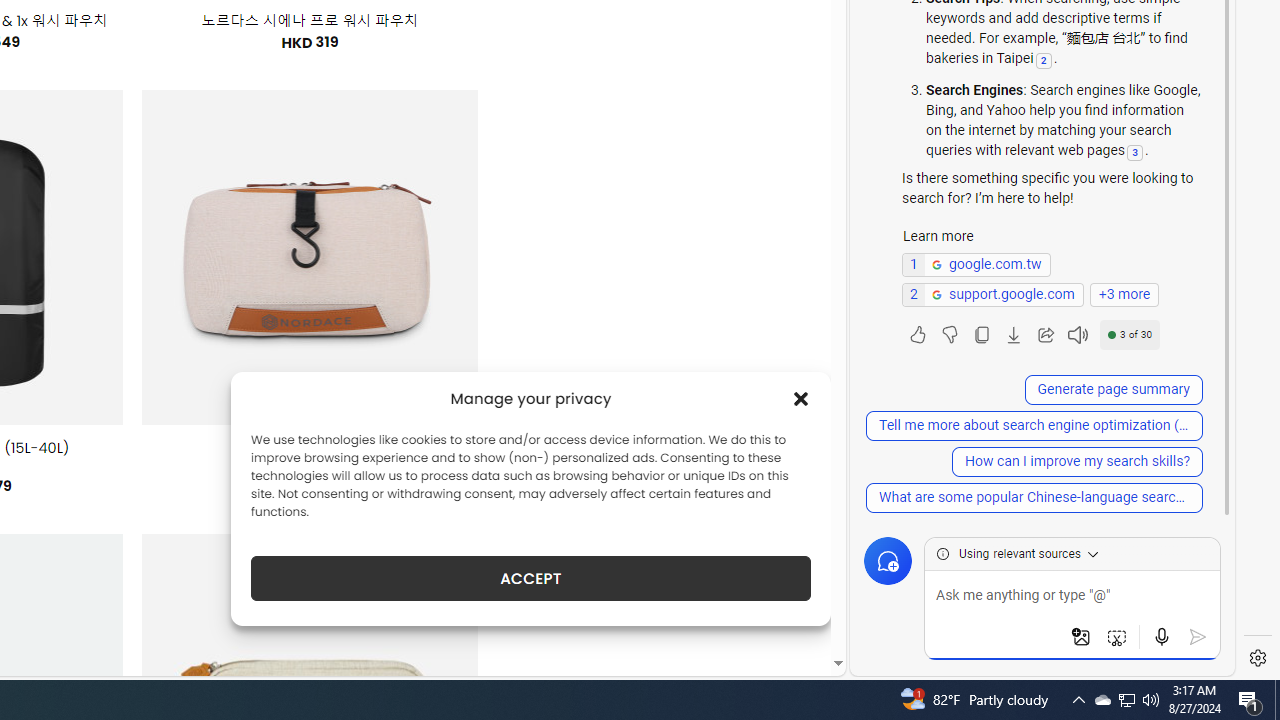 The height and width of the screenshot is (720, 1280). Describe the element at coordinates (531, 578) in the screenshot. I see `'ACCEPT'` at that location.